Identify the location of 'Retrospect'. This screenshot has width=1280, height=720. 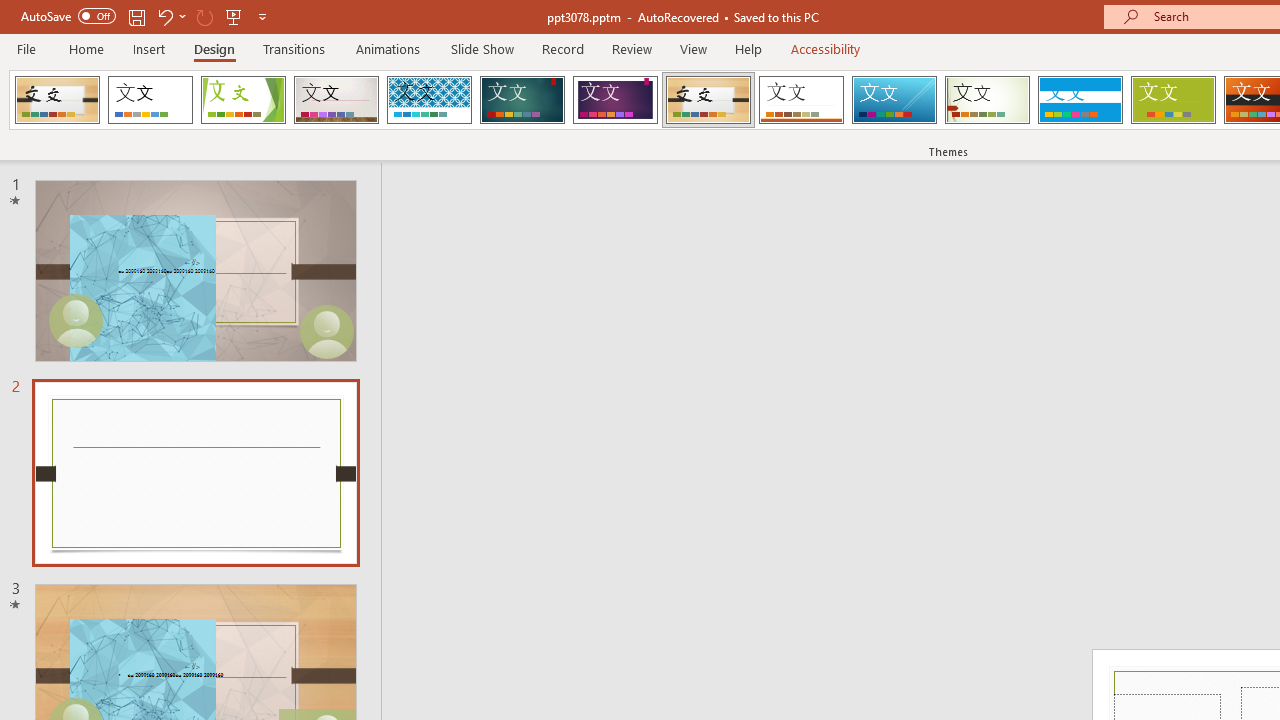
(801, 100).